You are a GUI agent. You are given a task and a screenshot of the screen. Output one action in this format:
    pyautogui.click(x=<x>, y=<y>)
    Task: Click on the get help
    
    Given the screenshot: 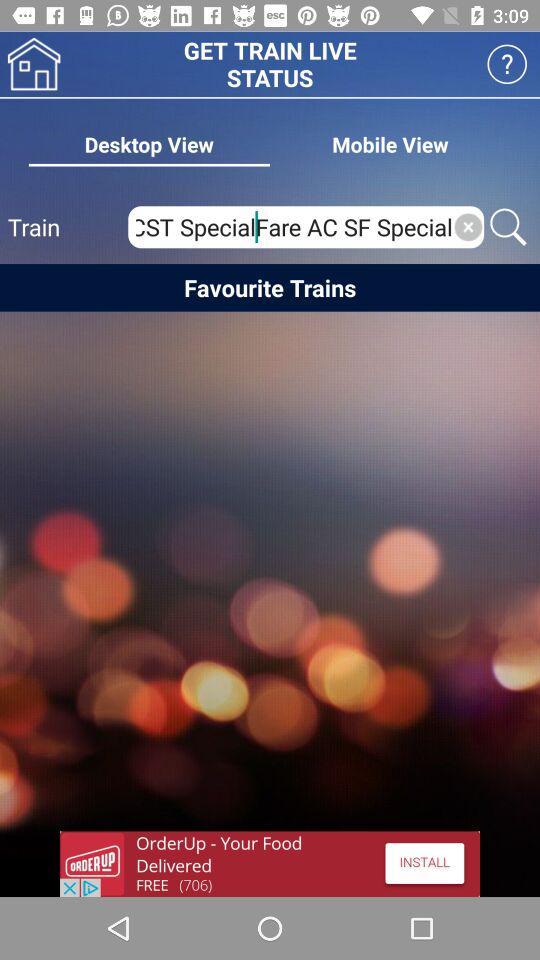 What is the action you would take?
    pyautogui.click(x=507, y=64)
    